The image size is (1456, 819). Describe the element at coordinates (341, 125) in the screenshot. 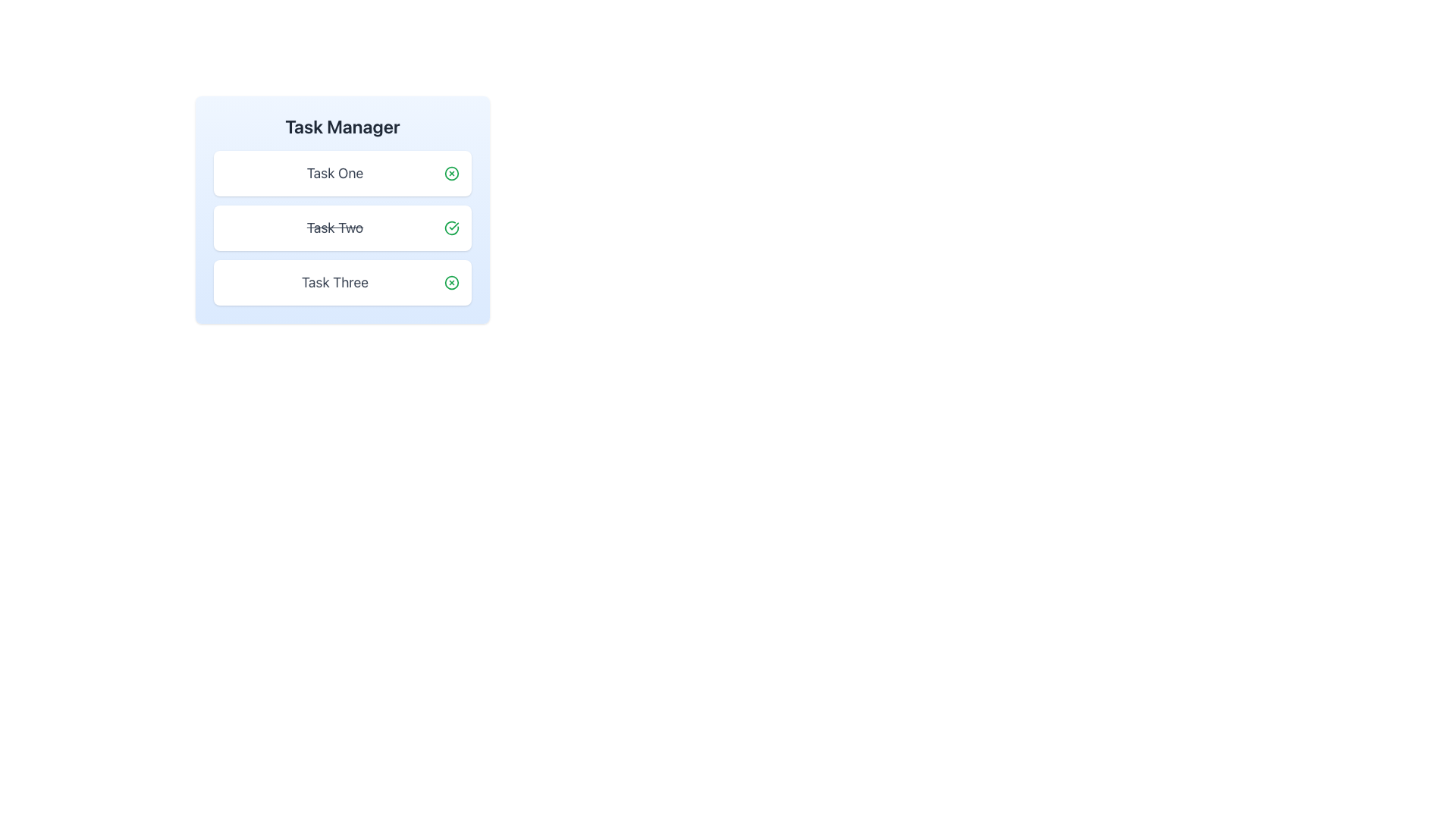

I see `the 'Task Manager' text header` at that location.